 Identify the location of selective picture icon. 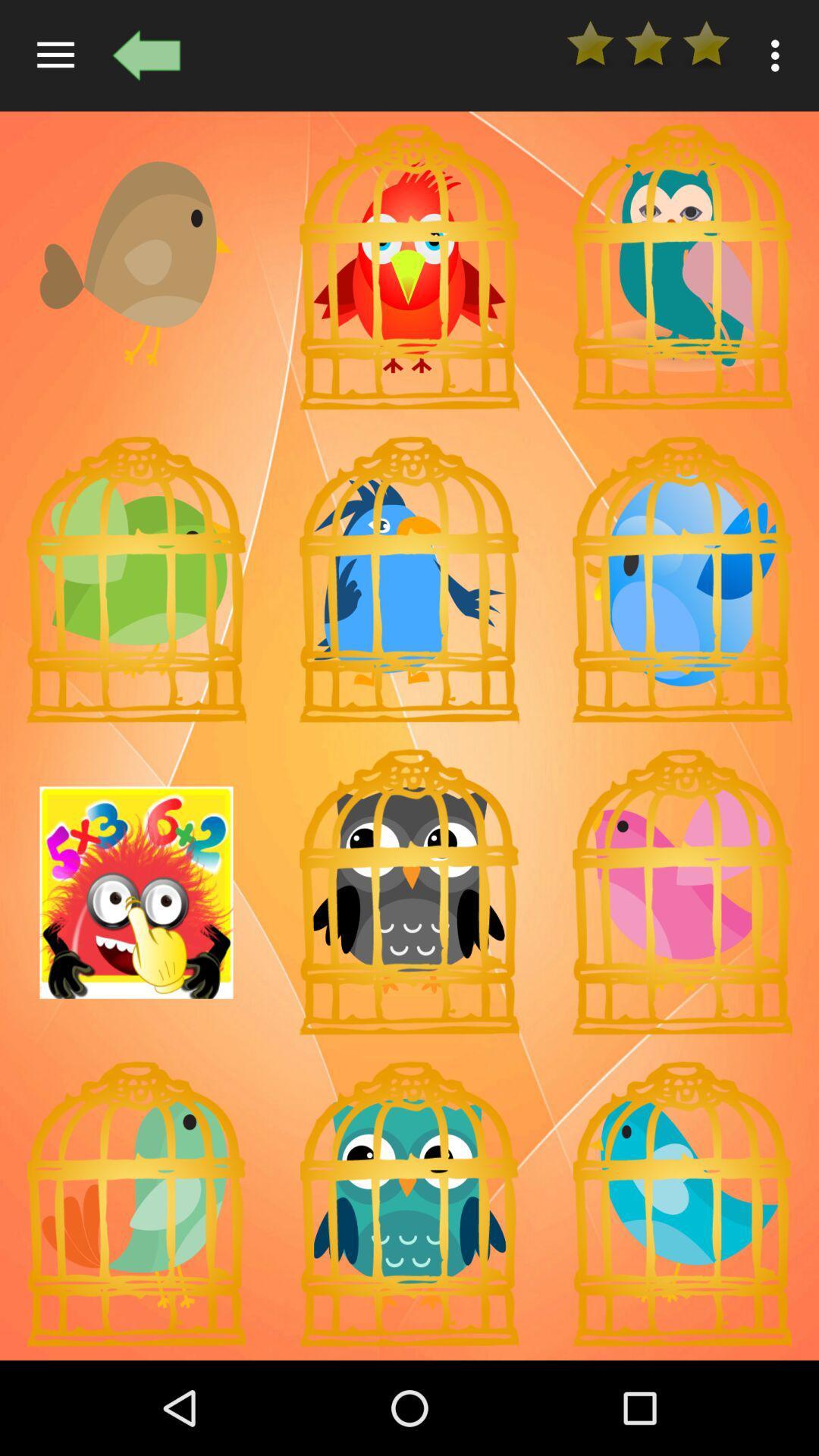
(409, 579).